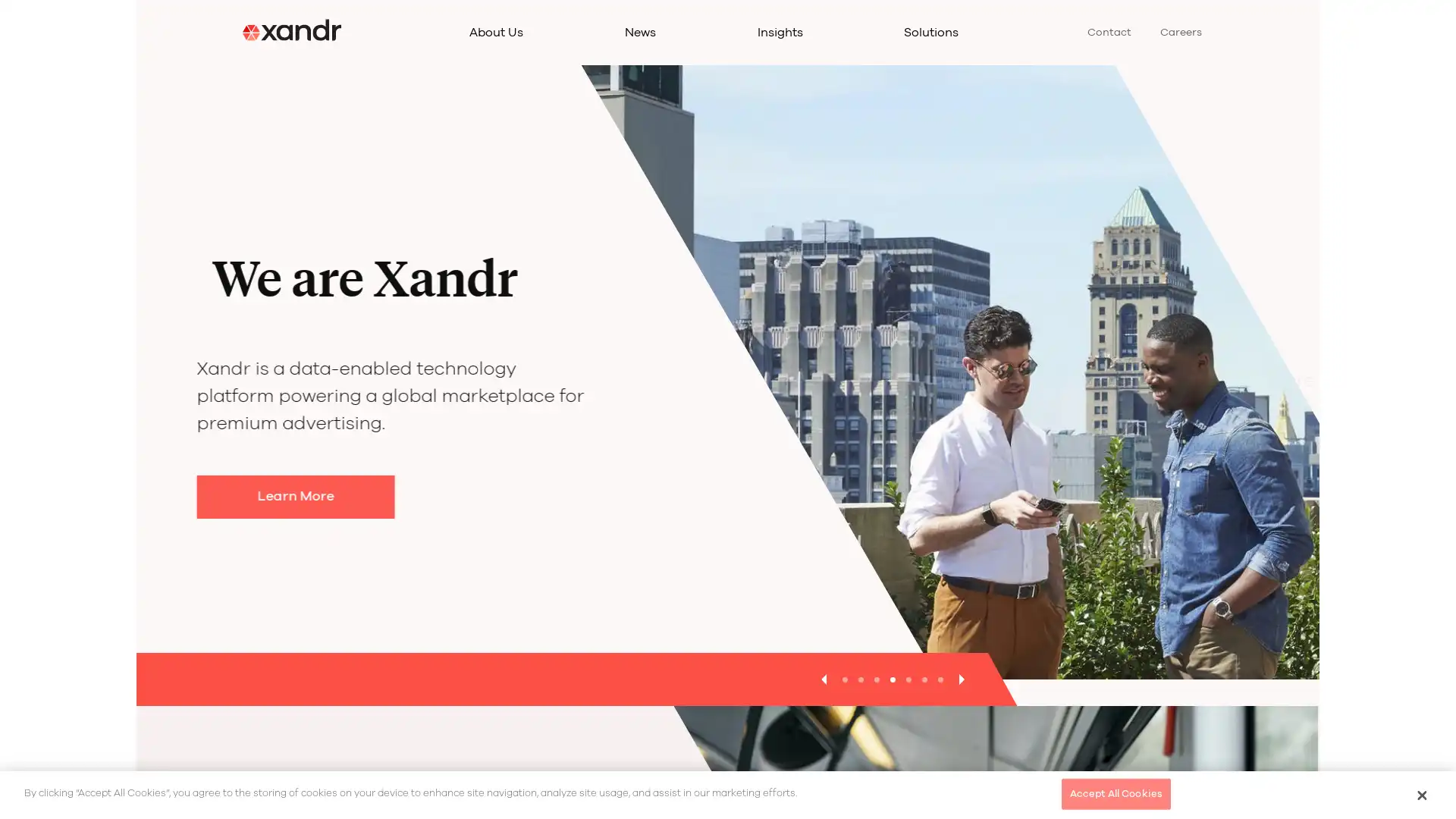 This screenshot has width=1456, height=819. I want to click on Accept All Cookies, so click(1116, 792).